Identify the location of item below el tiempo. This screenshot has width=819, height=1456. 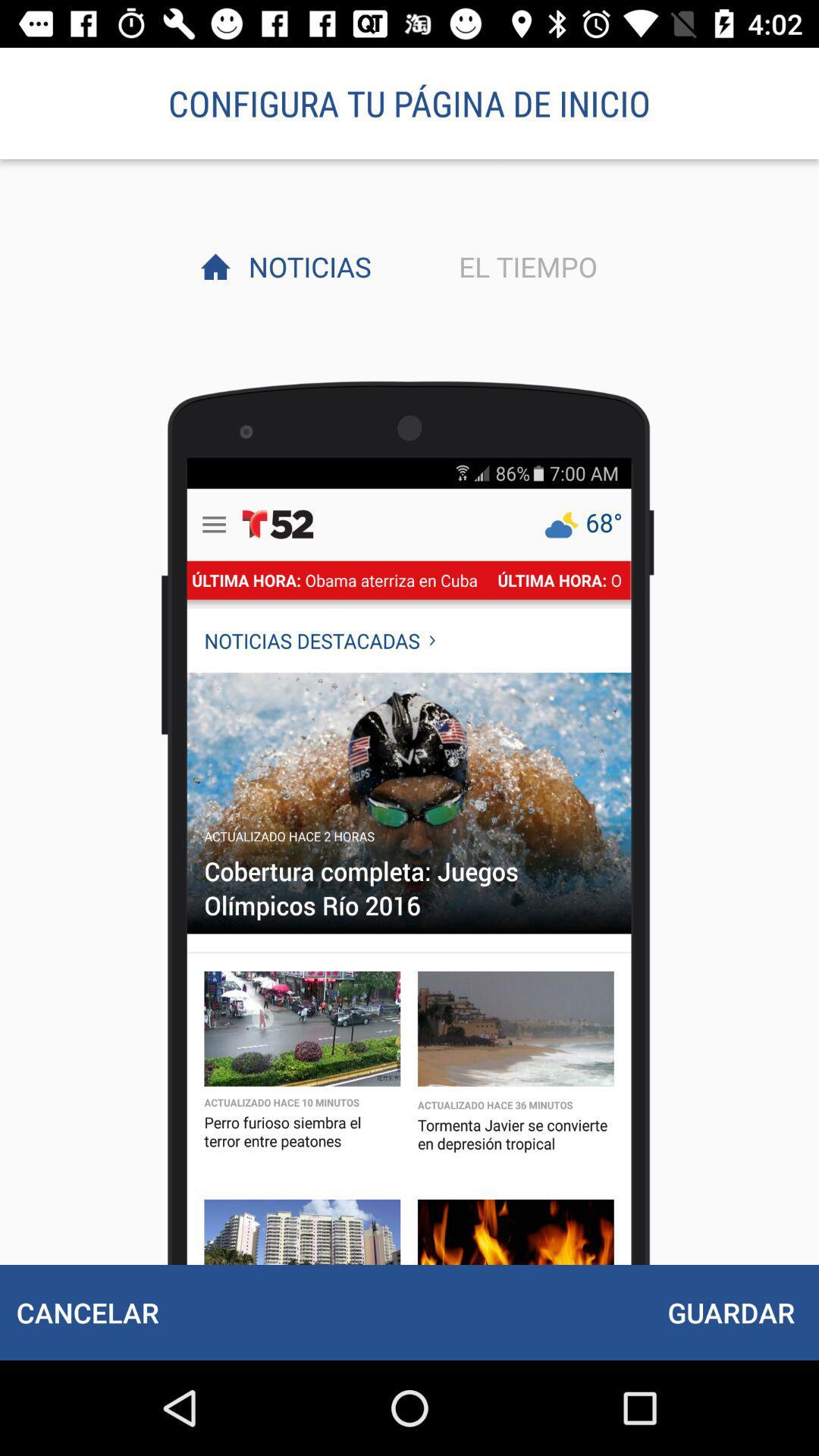
(730, 1312).